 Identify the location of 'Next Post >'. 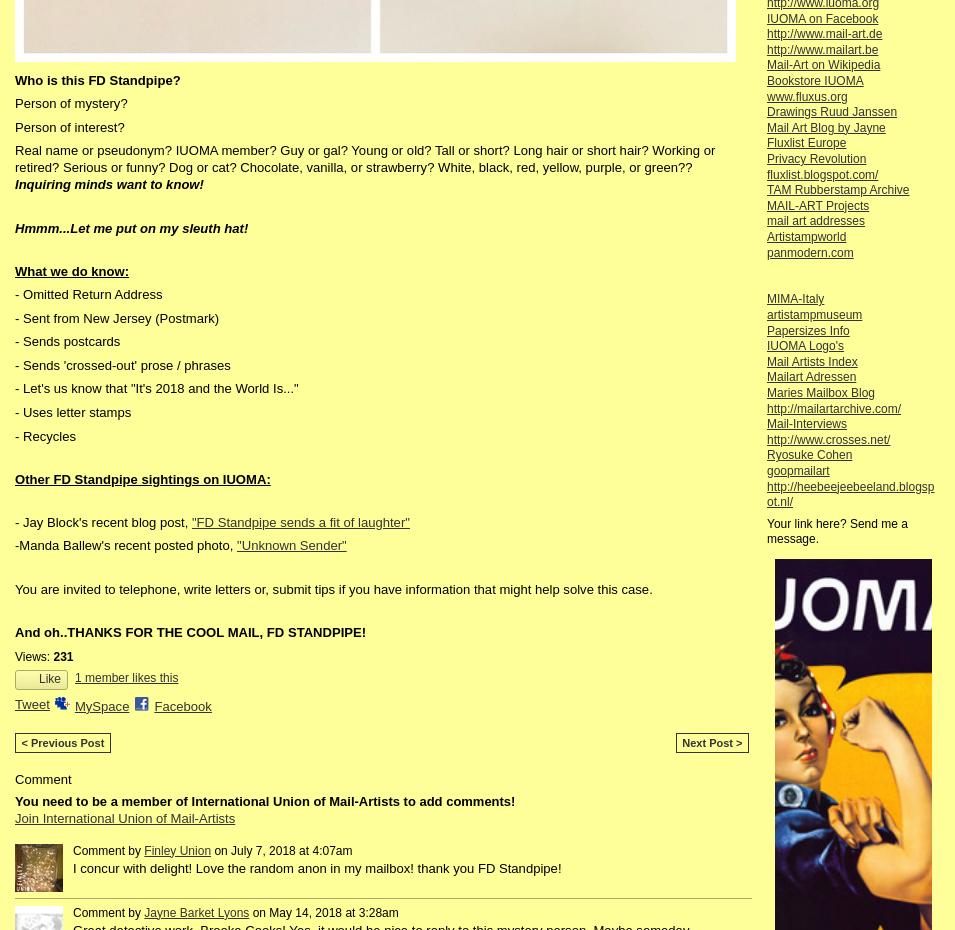
(710, 741).